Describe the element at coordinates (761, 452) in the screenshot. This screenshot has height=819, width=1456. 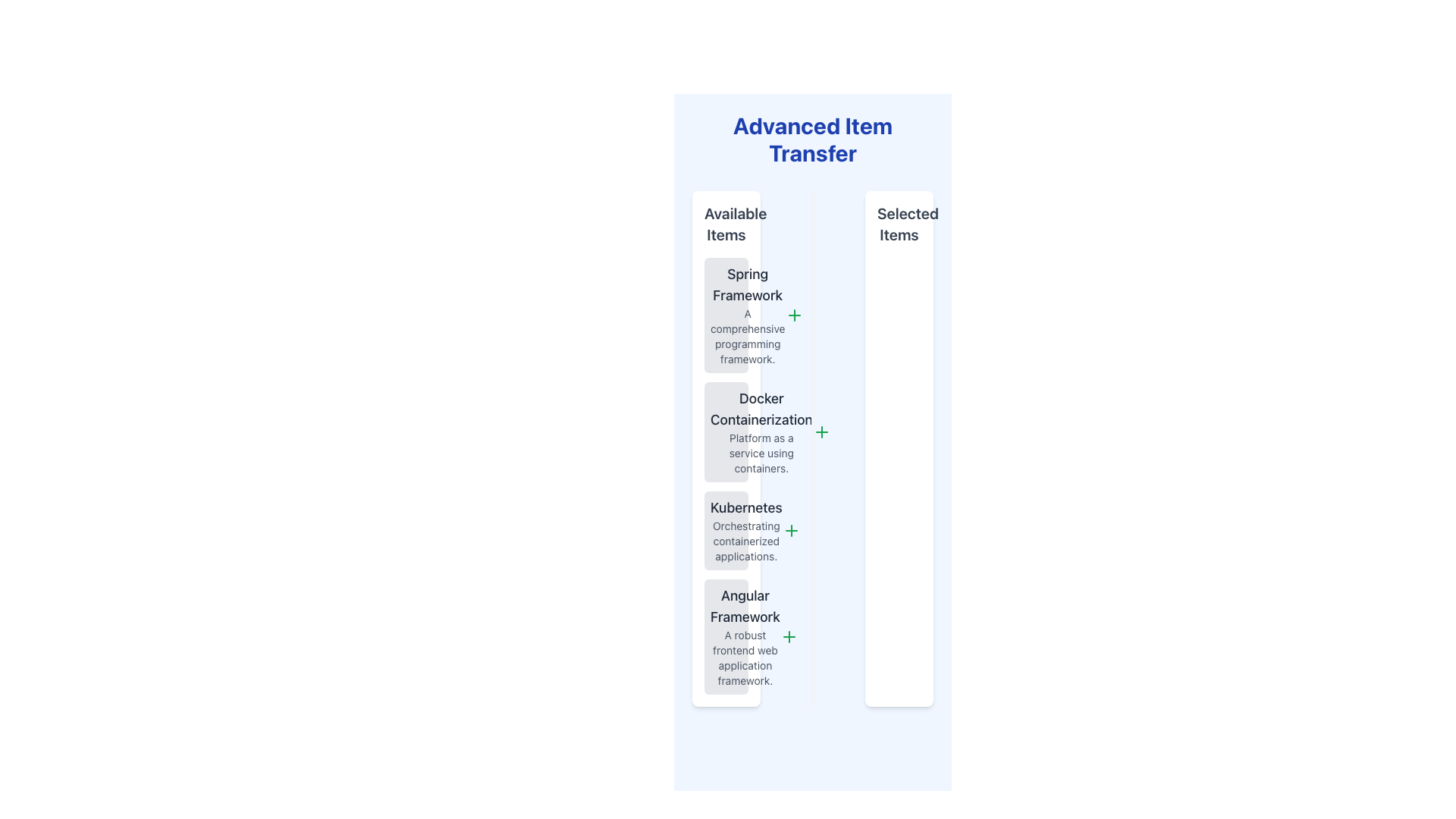
I see `the text line reading 'Platform as a service using containers.' which is styled in gray and positioned below 'Docker Containerization' within the 'Available Items' section` at that location.